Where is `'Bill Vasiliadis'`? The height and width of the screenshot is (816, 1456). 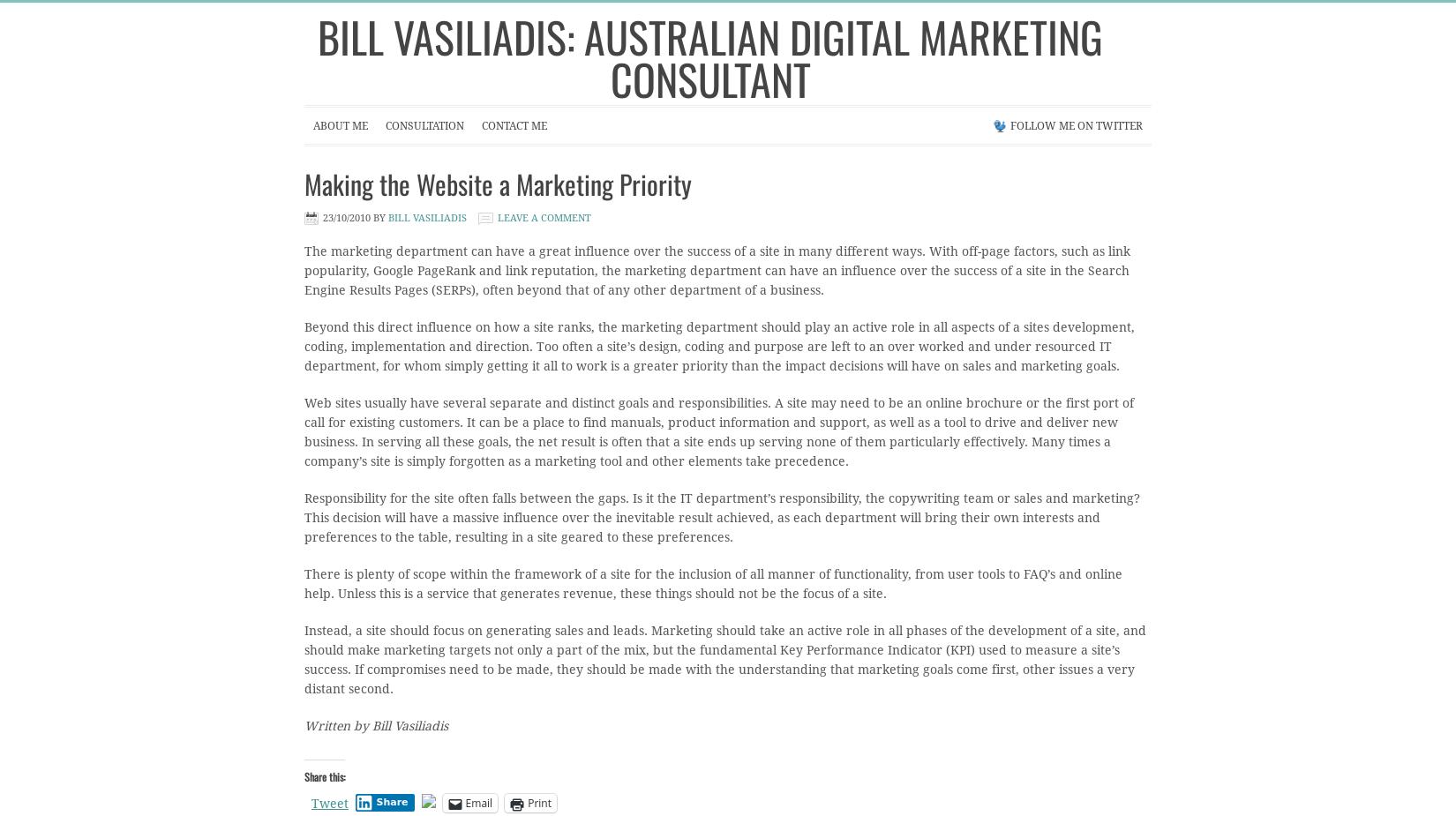
'Bill Vasiliadis' is located at coordinates (426, 217).